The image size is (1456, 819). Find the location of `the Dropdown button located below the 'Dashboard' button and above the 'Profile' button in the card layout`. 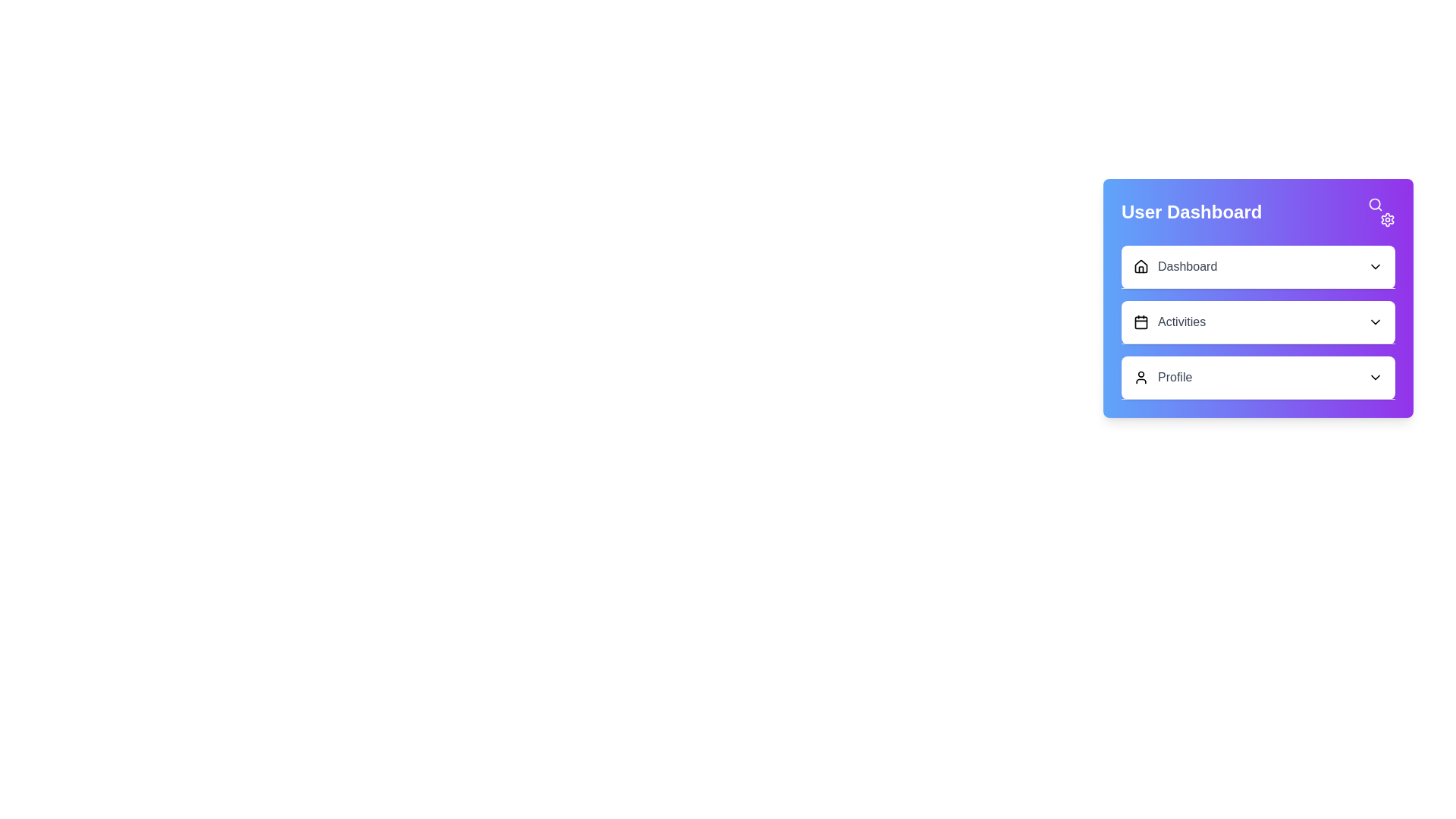

the Dropdown button located below the 'Dashboard' button and above the 'Profile' button in the card layout is located at coordinates (1258, 322).